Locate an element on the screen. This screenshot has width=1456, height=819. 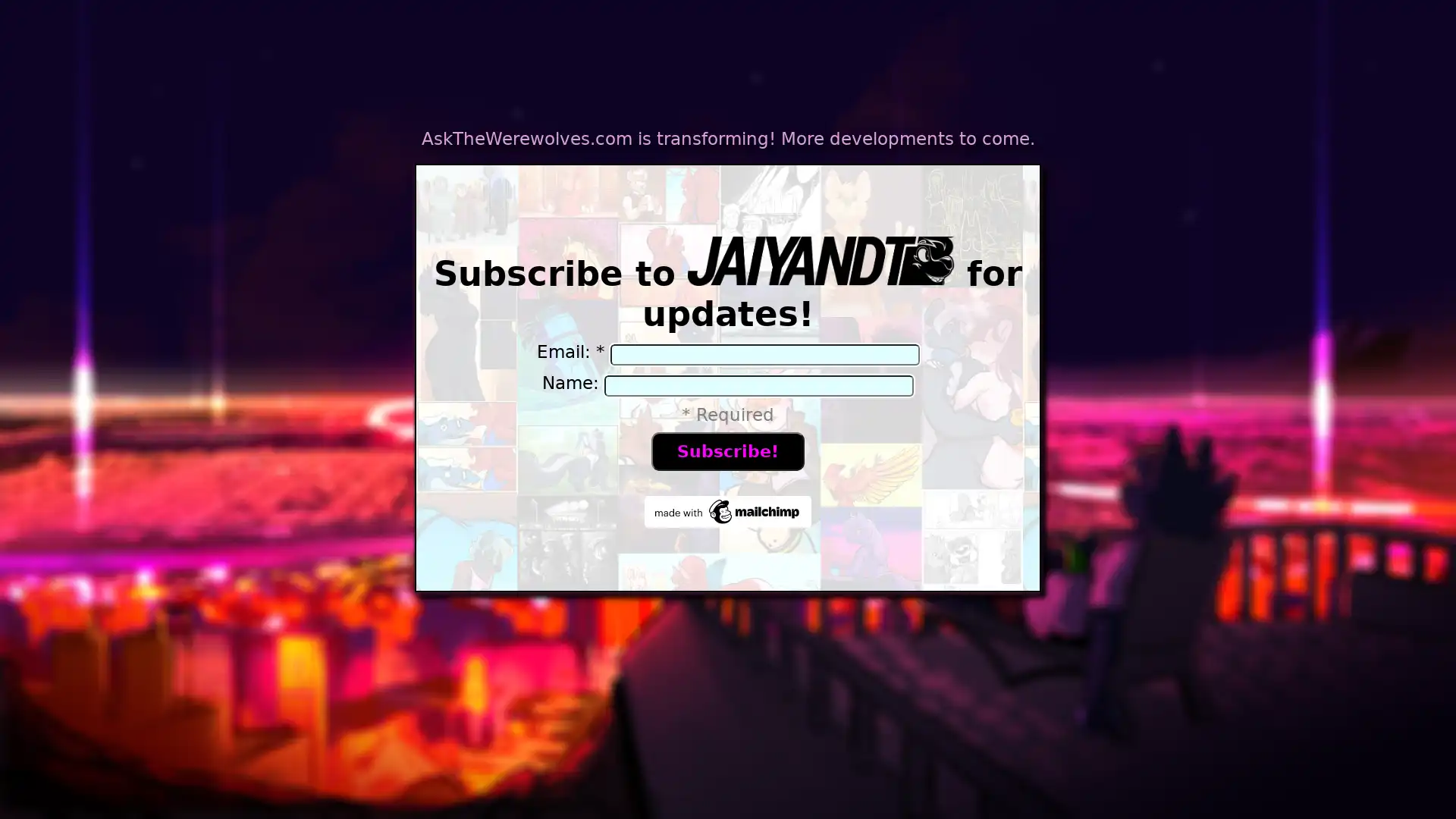
Subscribe! is located at coordinates (726, 450).